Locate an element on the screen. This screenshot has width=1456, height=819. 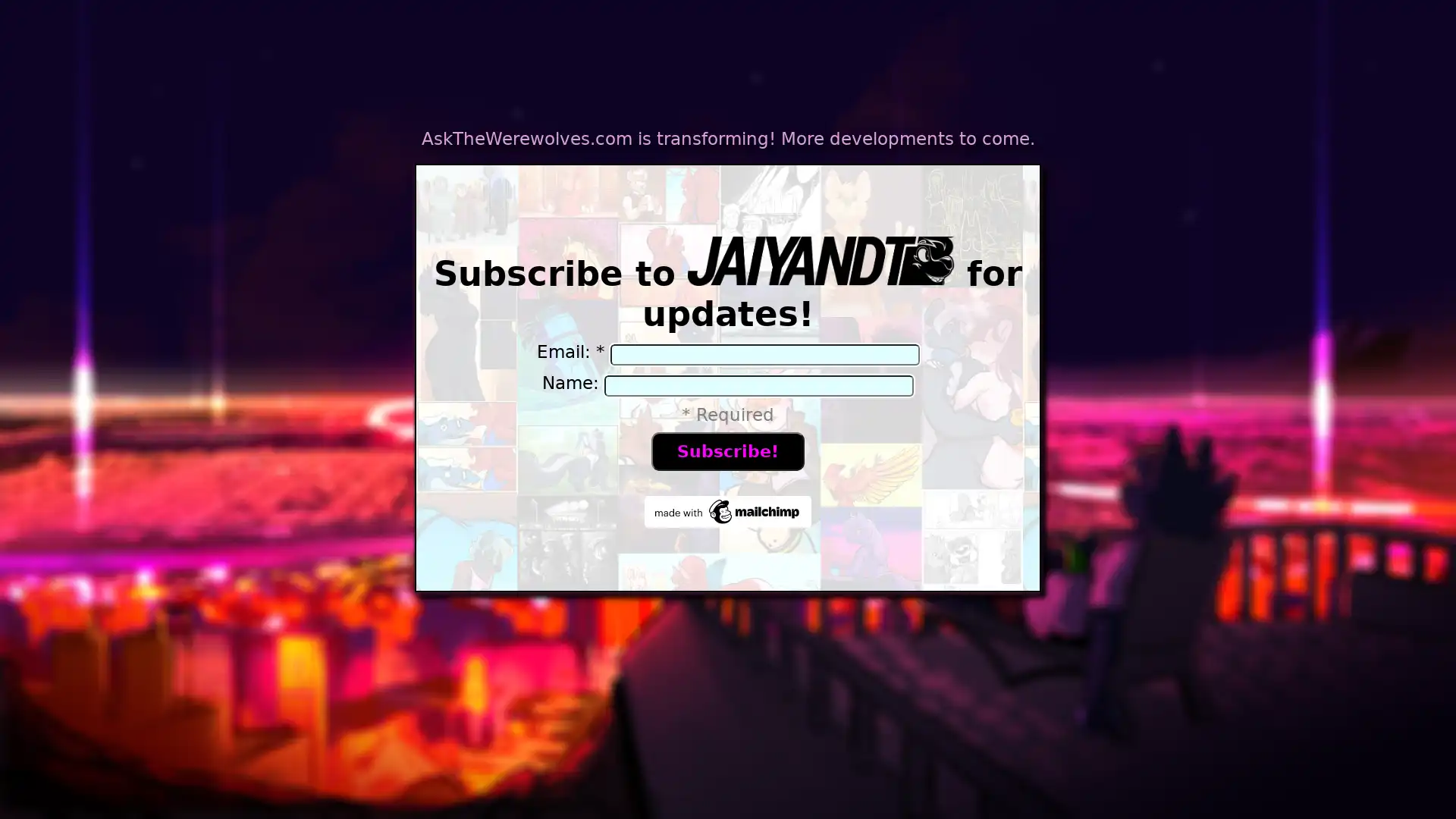
Subscribe! is located at coordinates (726, 450).